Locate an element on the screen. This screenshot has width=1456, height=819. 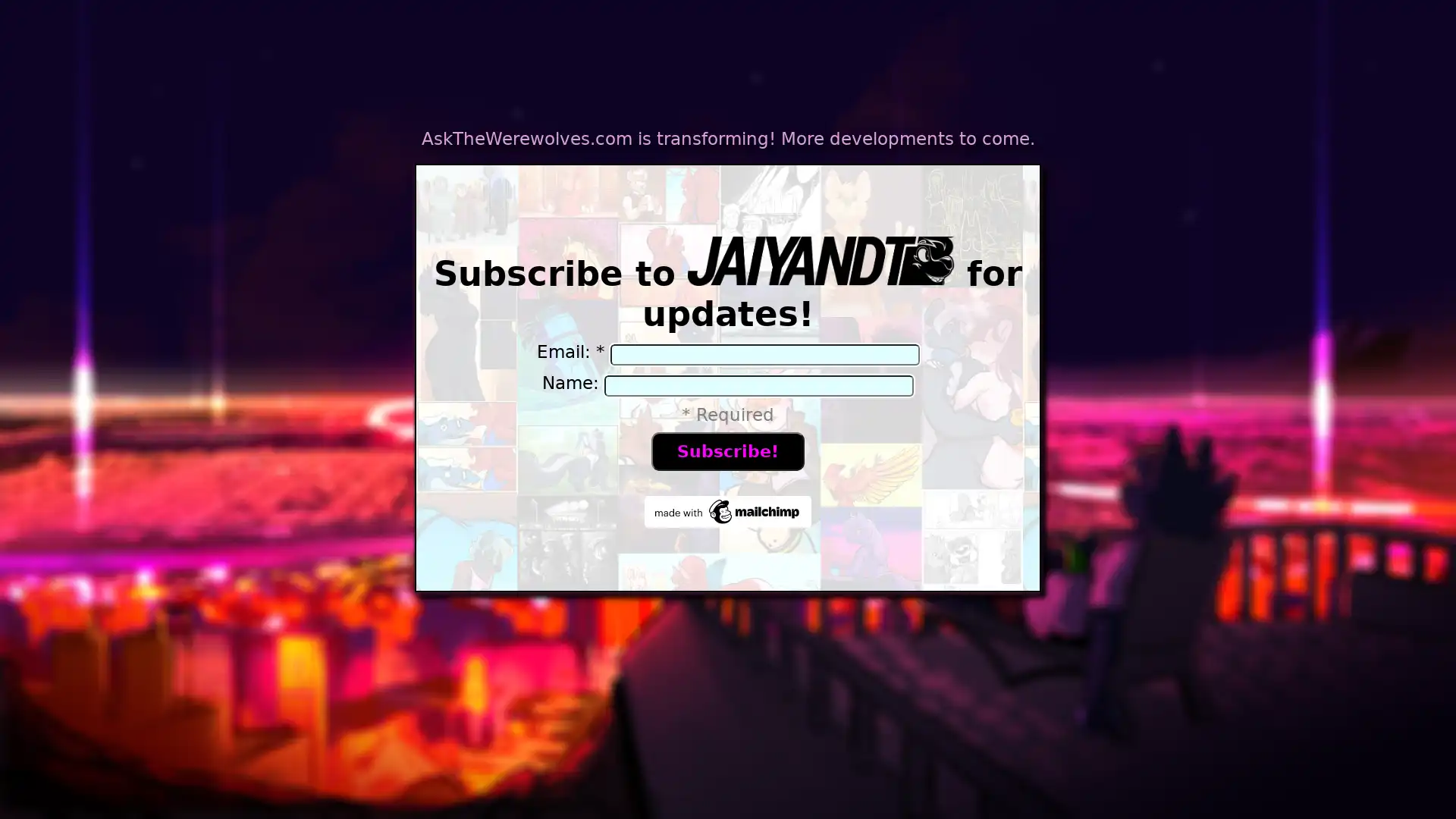
Subscribe! is located at coordinates (726, 450).